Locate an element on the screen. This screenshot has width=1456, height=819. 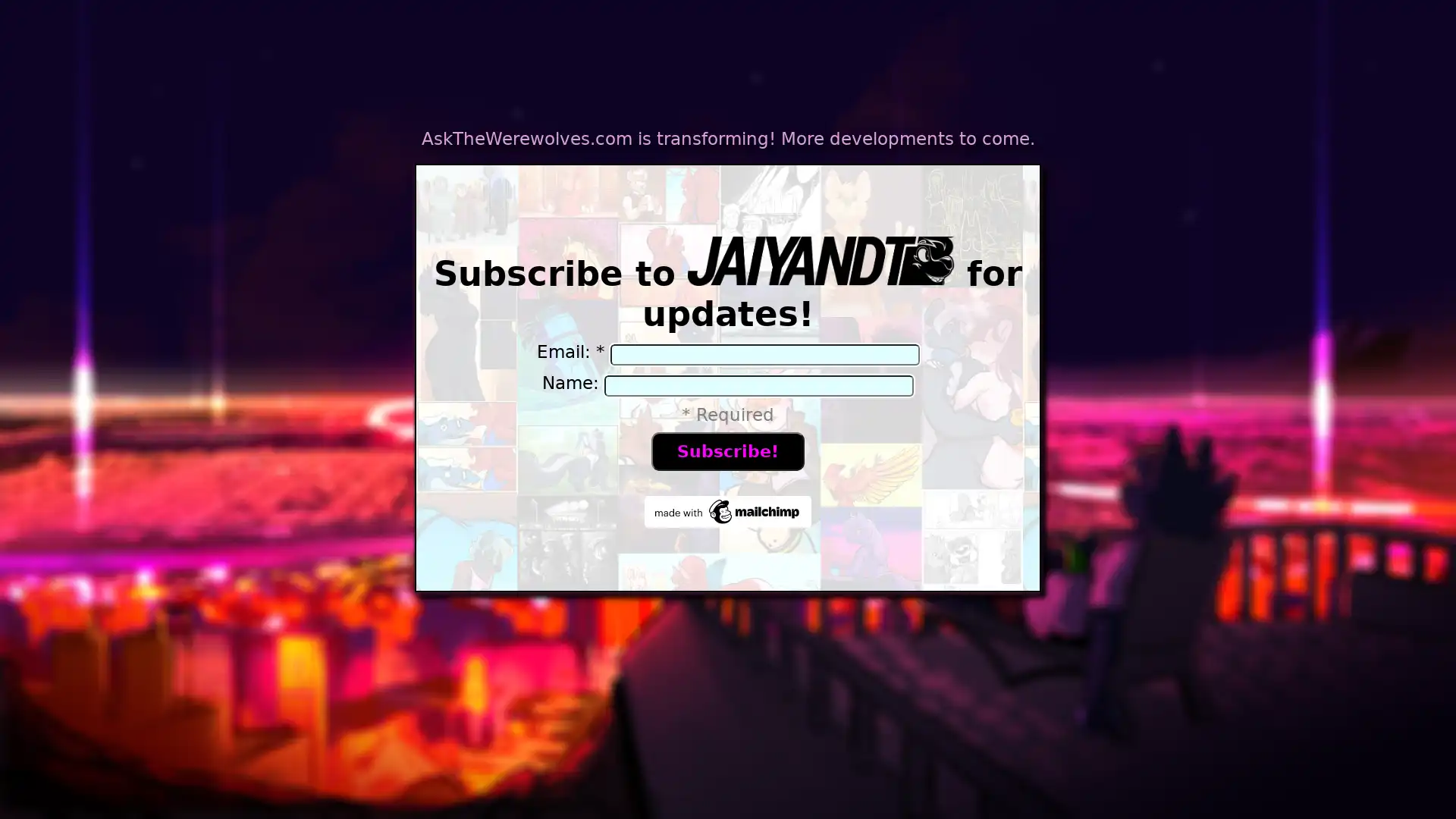
Subscribe! is located at coordinates (726, 450).